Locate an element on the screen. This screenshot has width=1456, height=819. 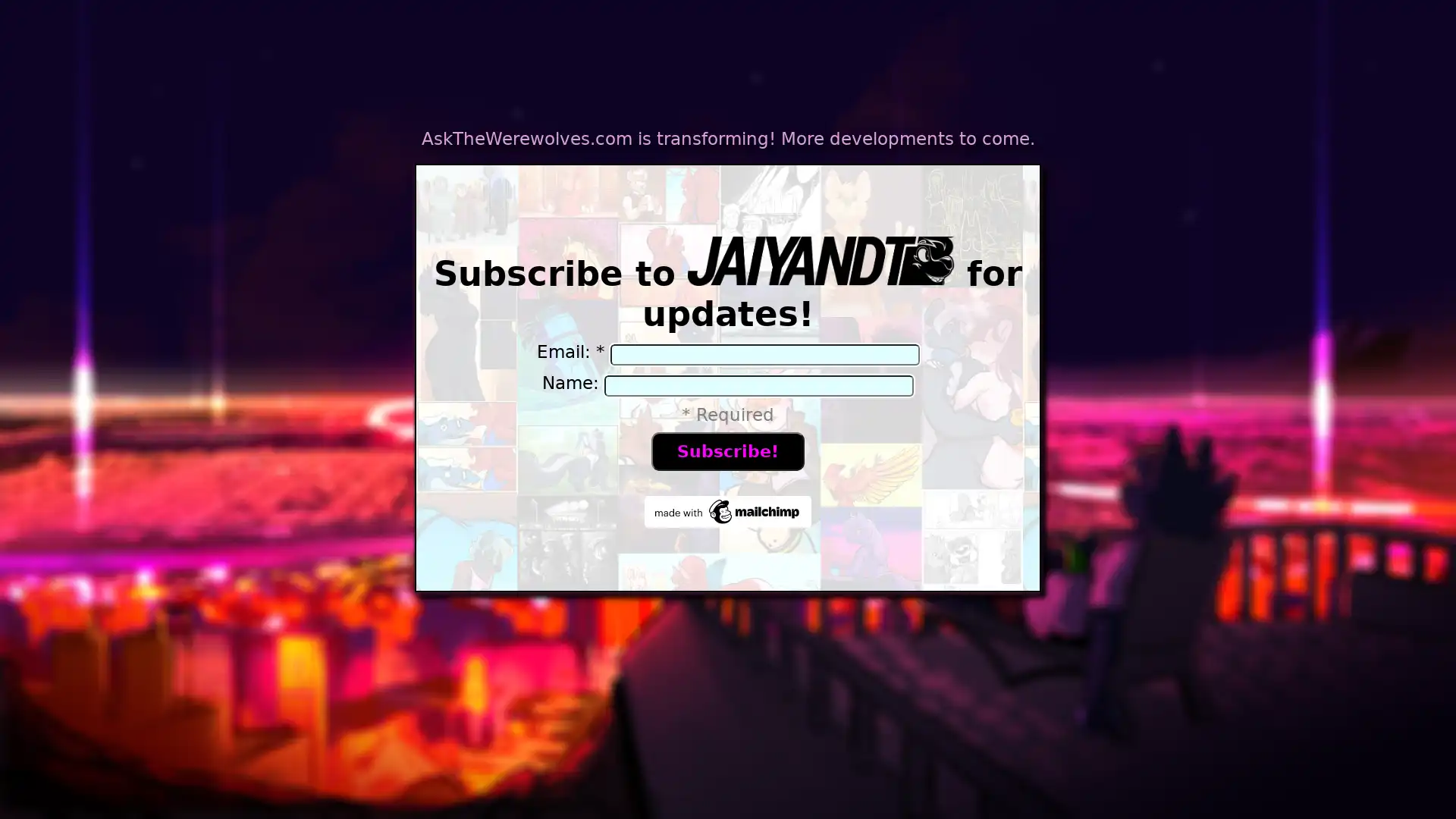
Subscribe! is located at coordinates (726, 450).